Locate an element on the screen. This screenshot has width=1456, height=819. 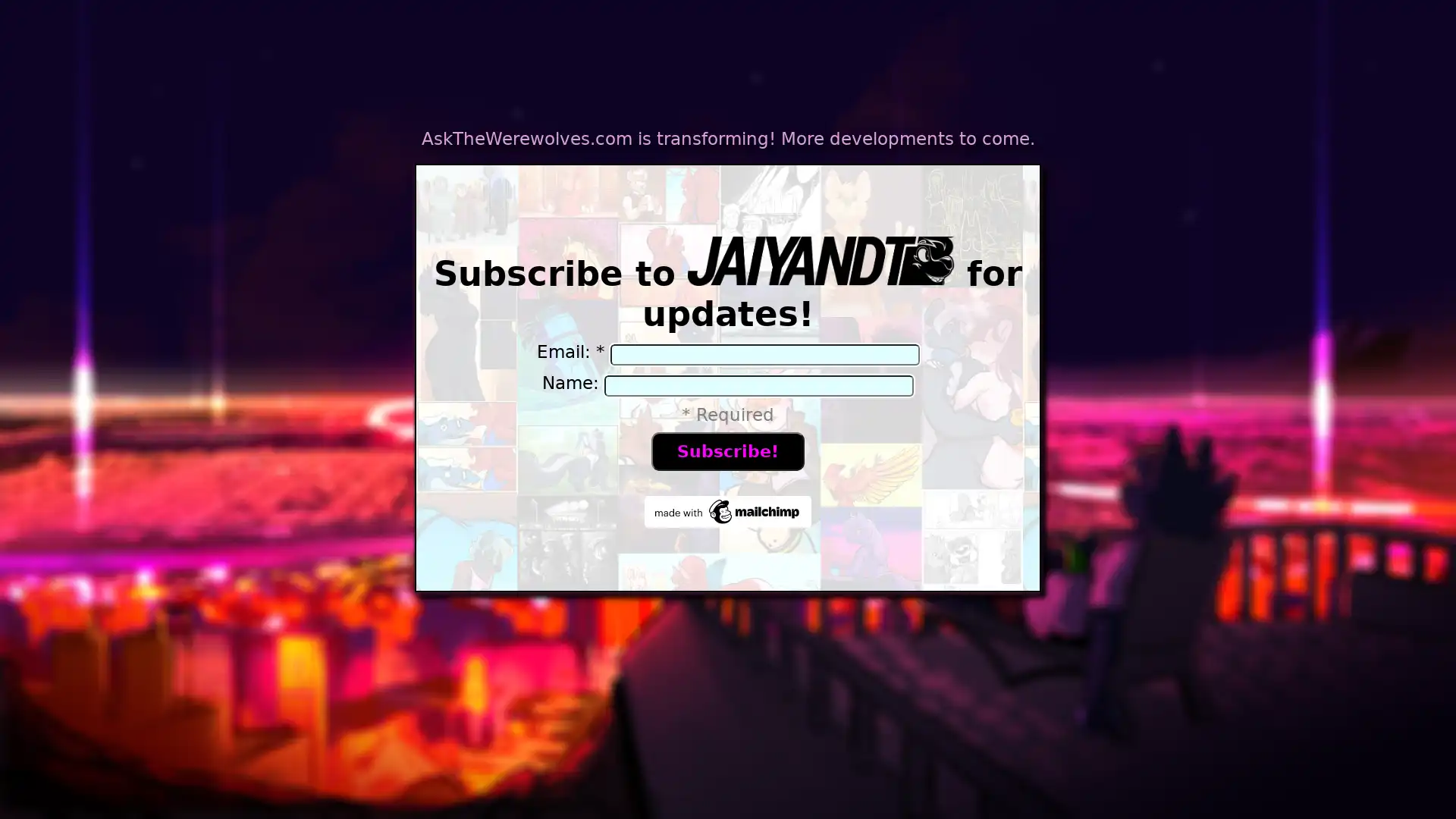
Subscribe! is located at coordinates (726, 450).